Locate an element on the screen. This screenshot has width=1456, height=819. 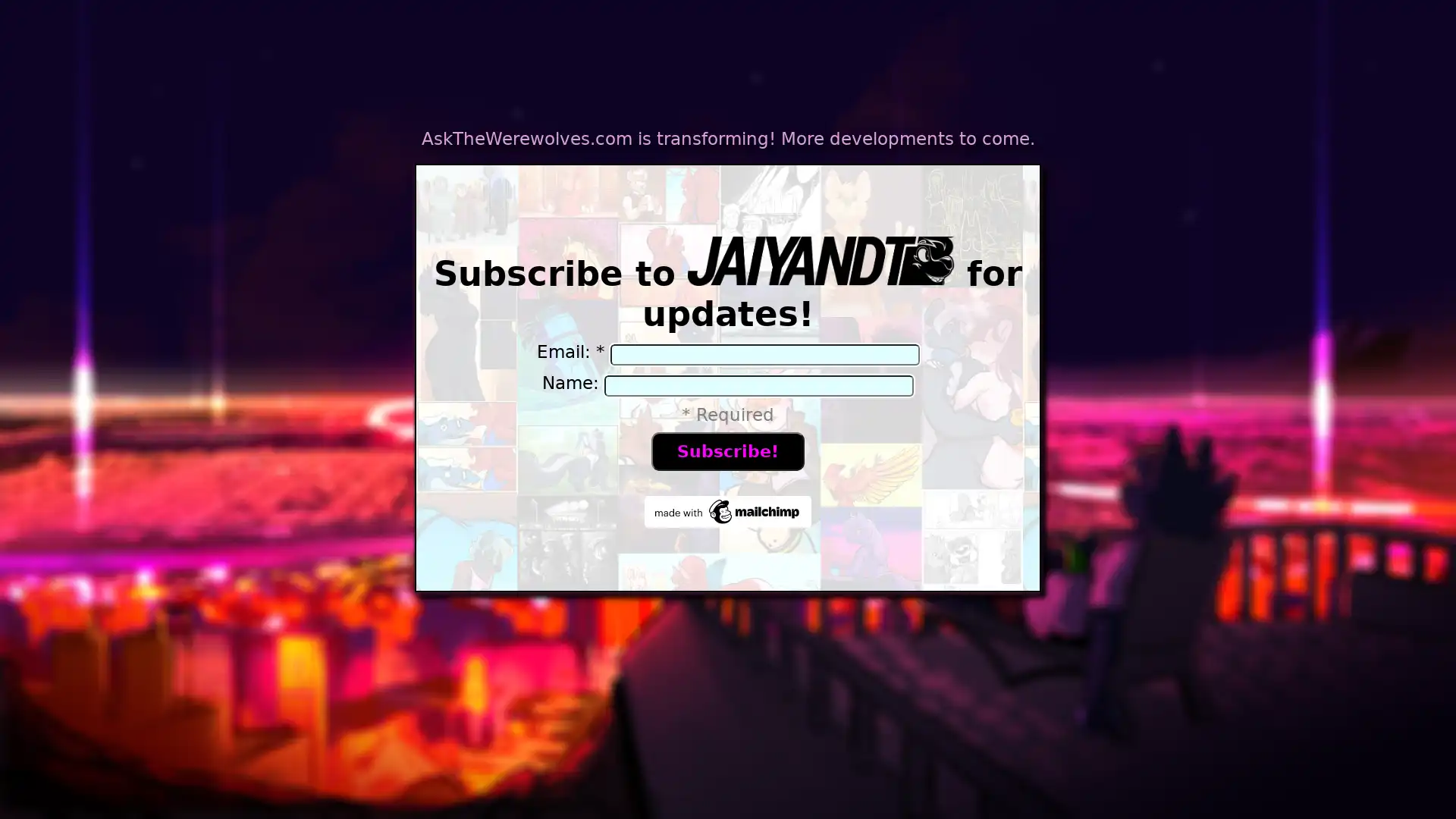
Subscribe! is located at coordinates (726, 450).